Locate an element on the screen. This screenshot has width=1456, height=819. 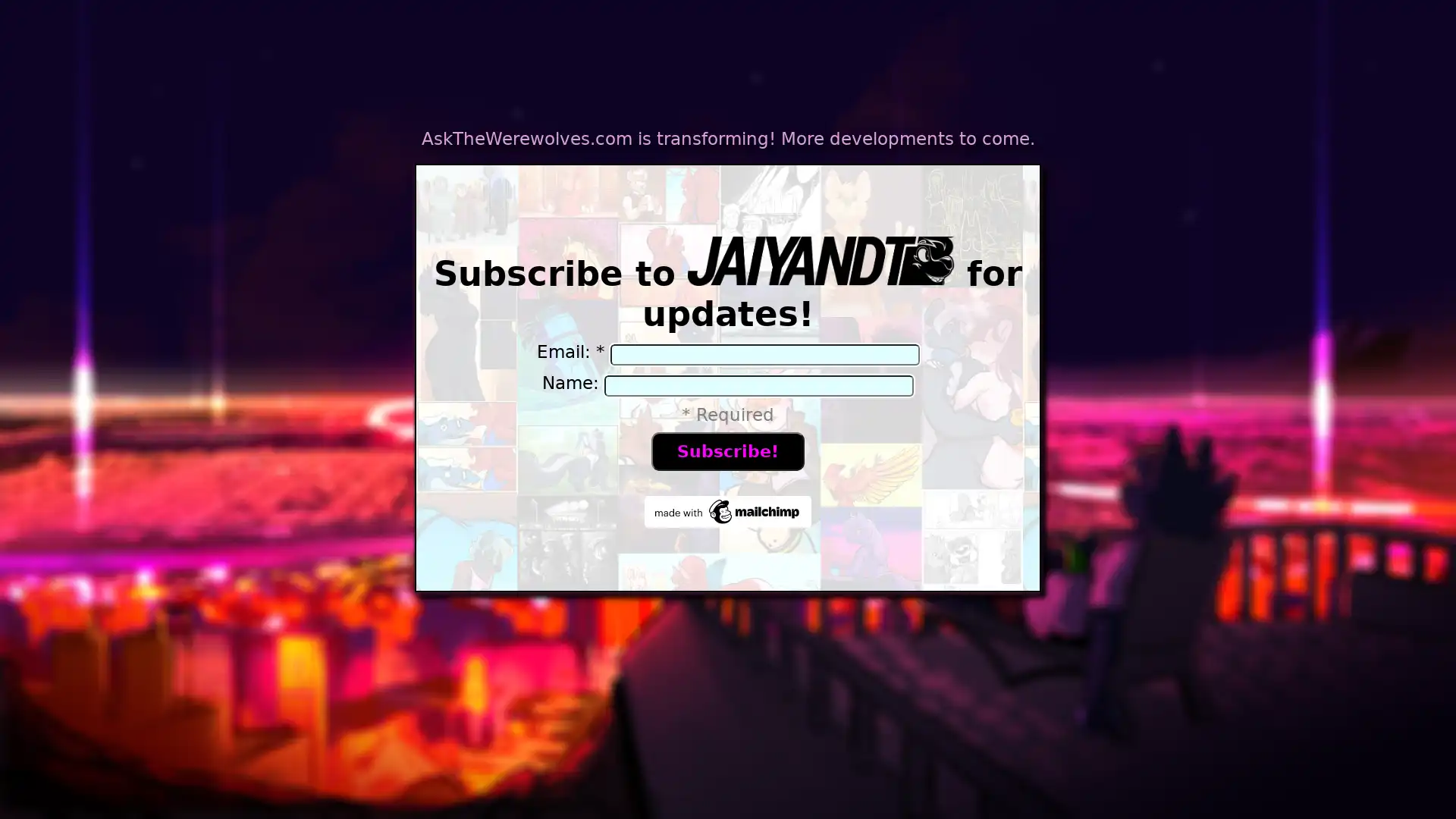
Subscribe! is located at coordinates (726, 450).